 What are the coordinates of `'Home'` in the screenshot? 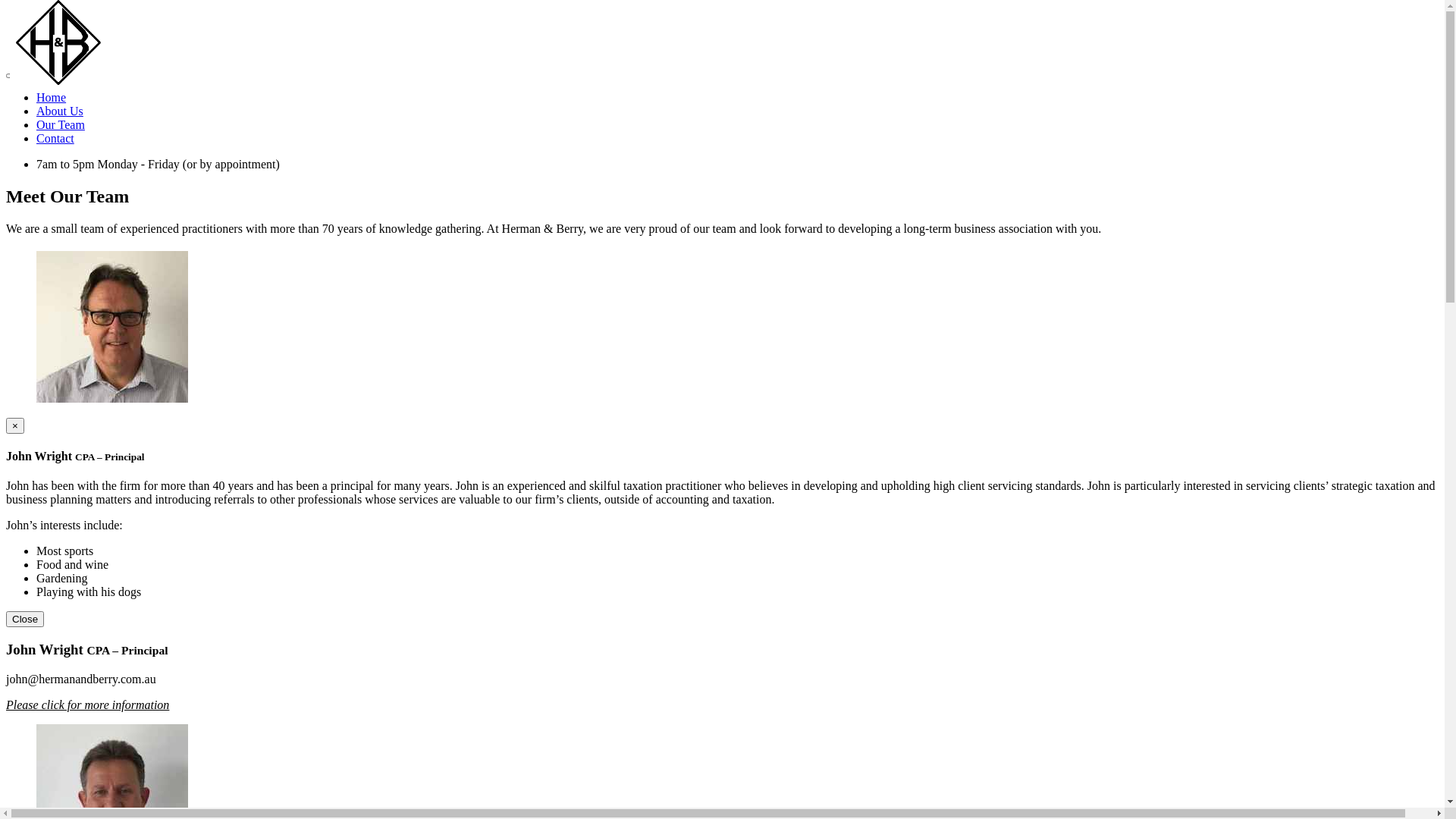 It's located at (51, 97).